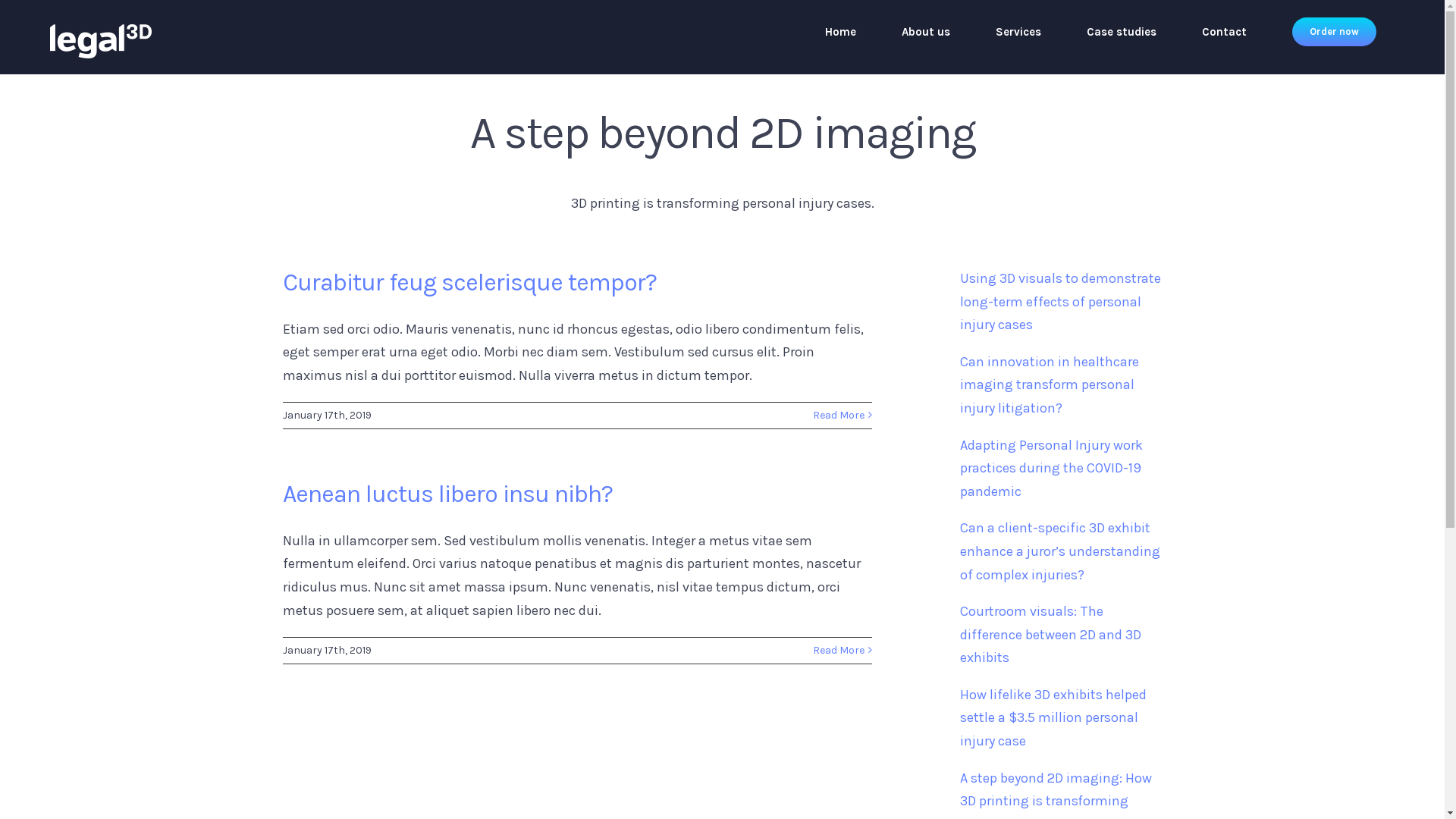 This screenshot has height=819, width=1456. I want to click on 'Order now', so click(1333, 32).